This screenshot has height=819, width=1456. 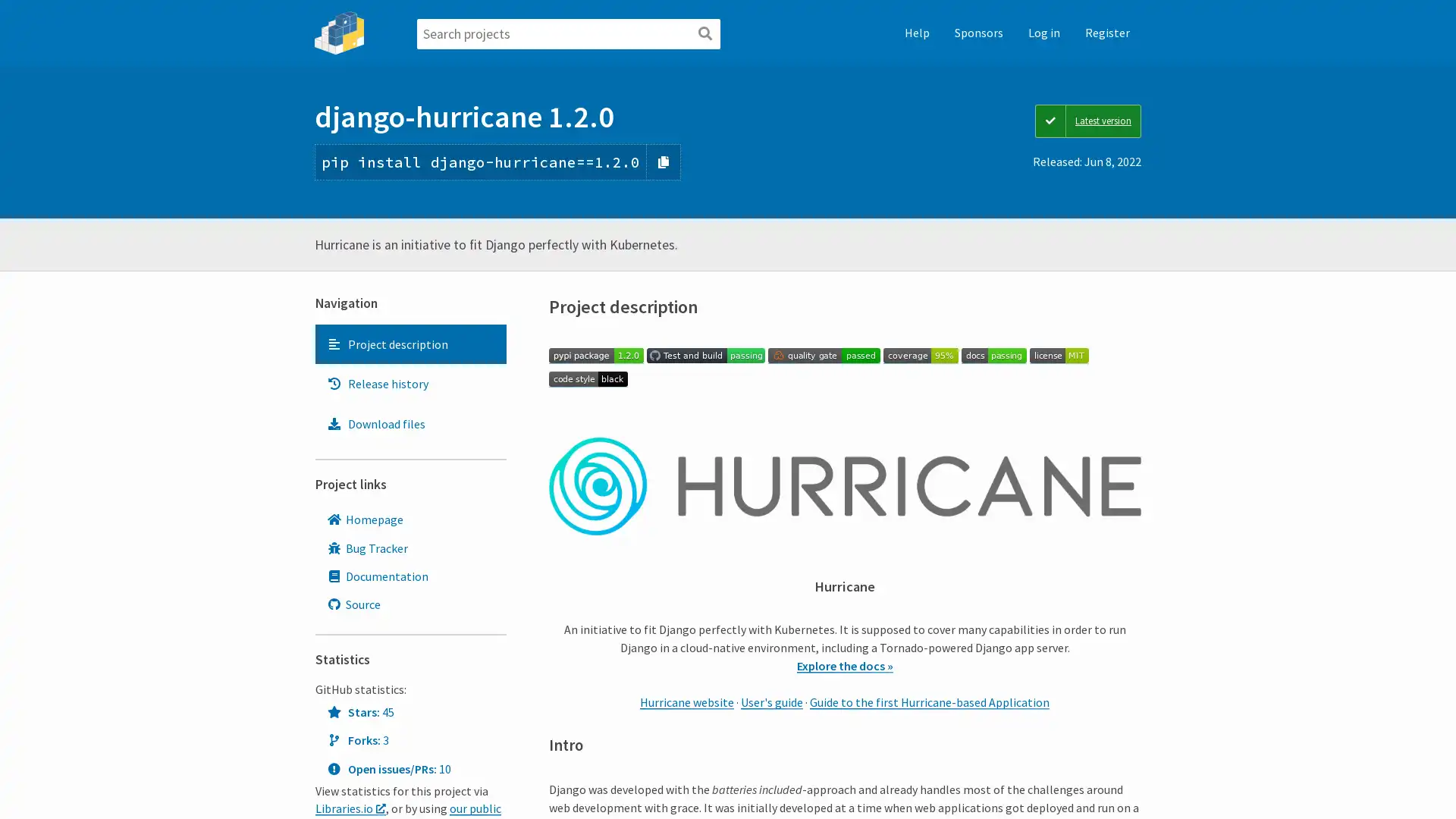 What do you see at coordinates (664, 162) in the screenshot?
I see `Copy PIP instructions` at bounding box center [664, 162].